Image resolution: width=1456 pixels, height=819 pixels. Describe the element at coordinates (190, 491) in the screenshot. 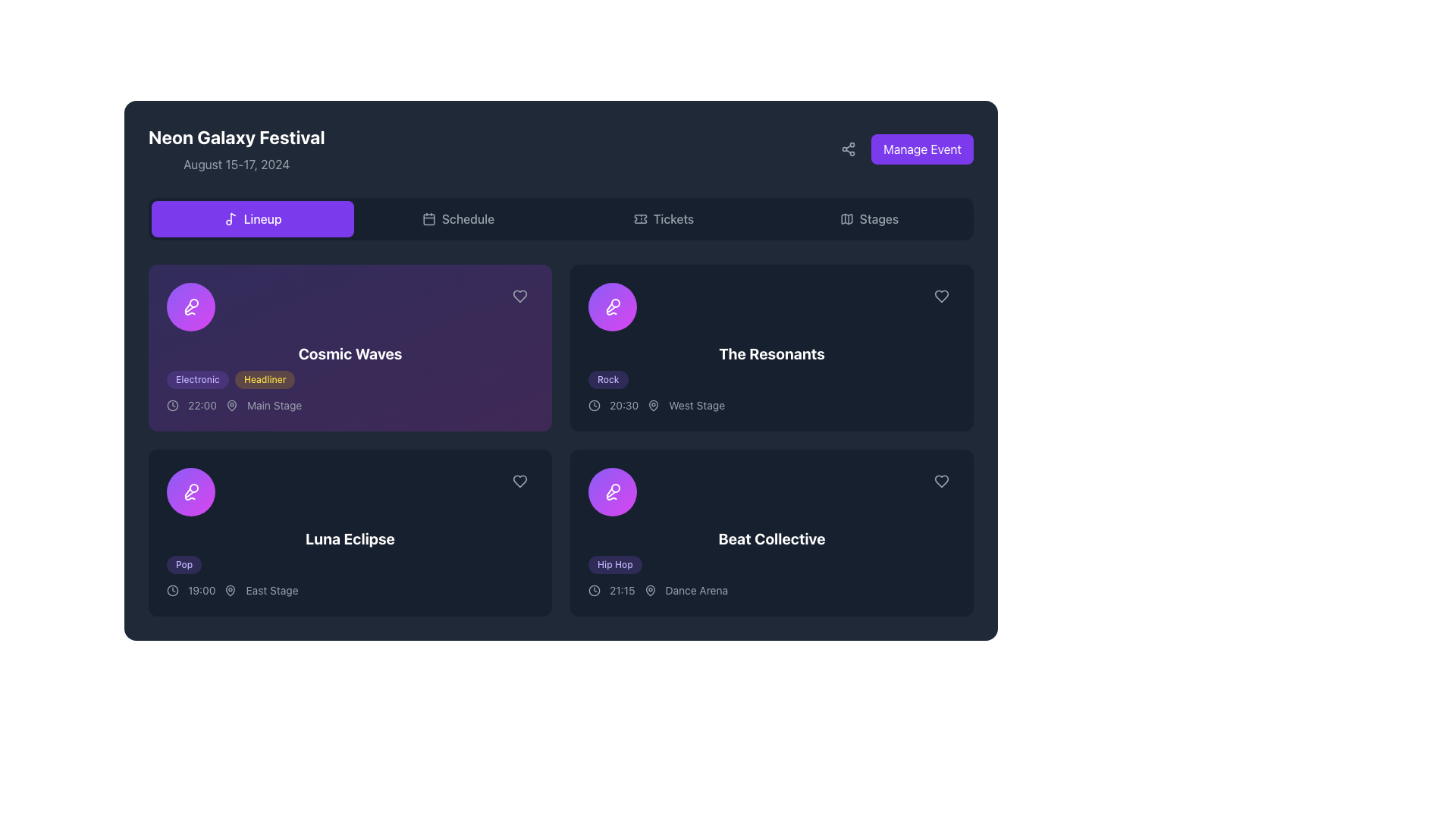

I see `the circular icon with a gradient background featuring a white microphone line art, located in the lower-left card under the 'Lineup' section, left of the 'Luna Eclipse' title` at that location.